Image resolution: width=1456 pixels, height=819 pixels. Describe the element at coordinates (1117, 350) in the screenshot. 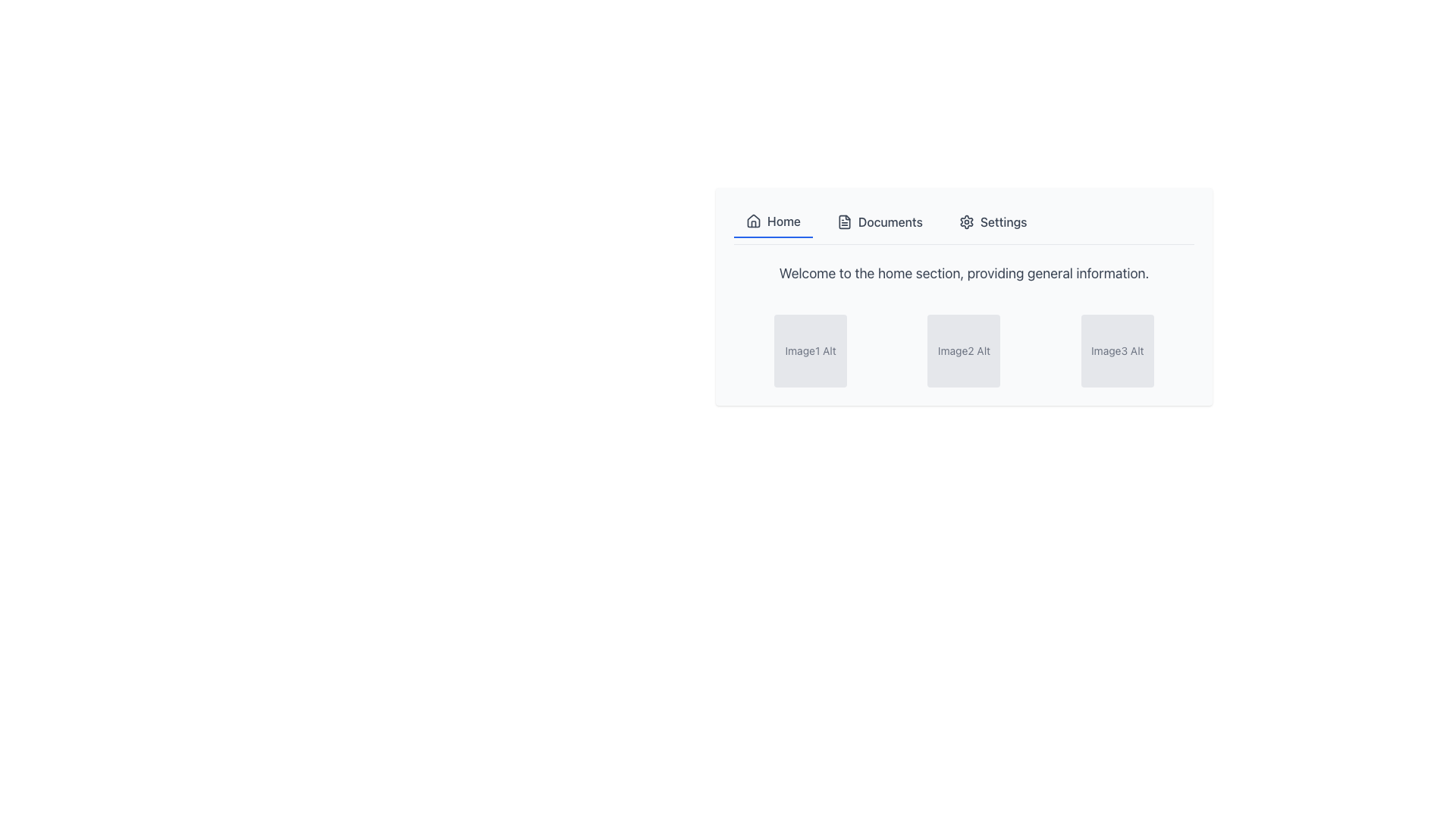

I see `text from the third placeholder labeled 'Image3 Alt', which represents an image or media content in the interface` at that location.